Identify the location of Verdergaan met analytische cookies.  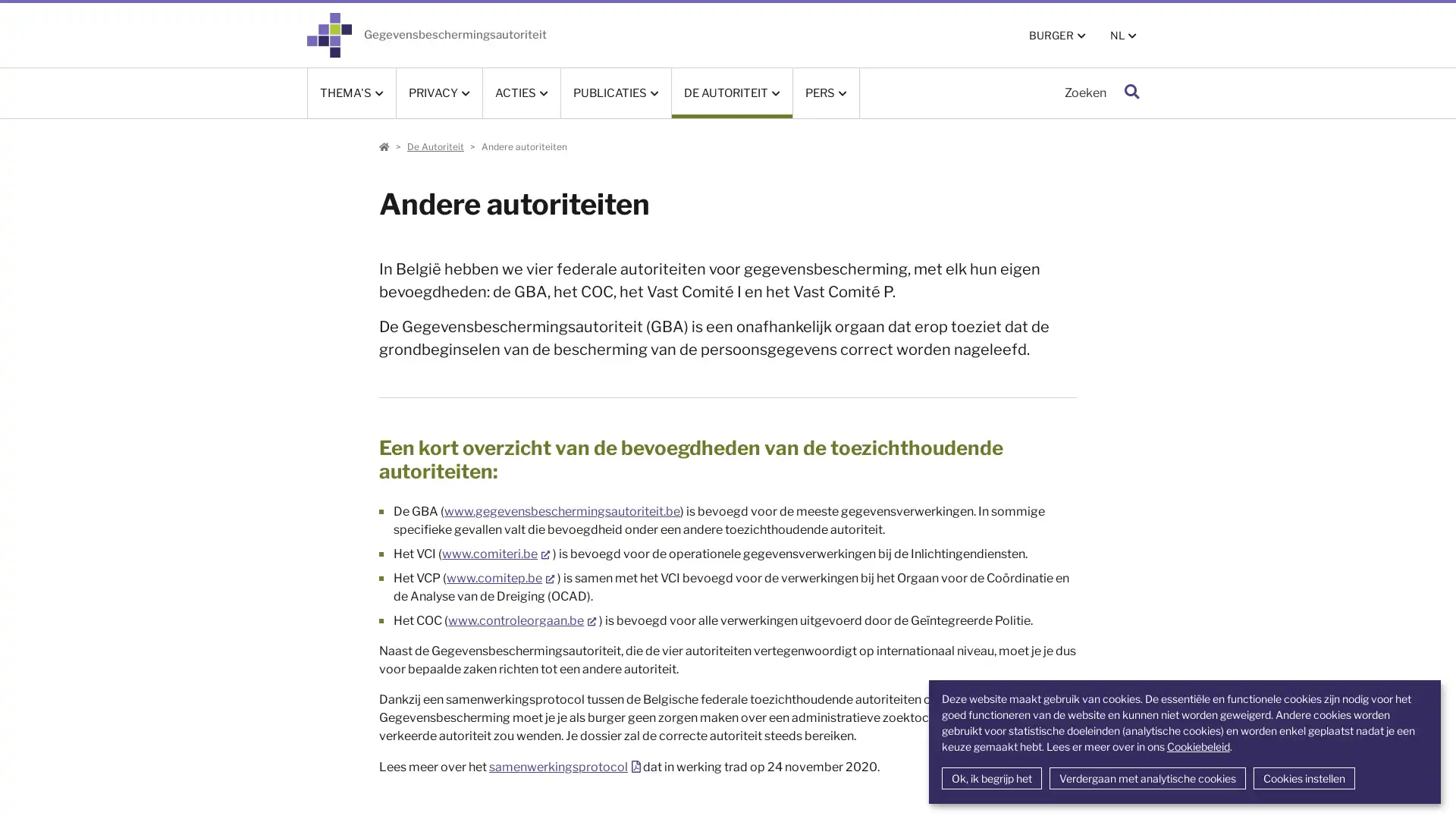
(1147, 778).